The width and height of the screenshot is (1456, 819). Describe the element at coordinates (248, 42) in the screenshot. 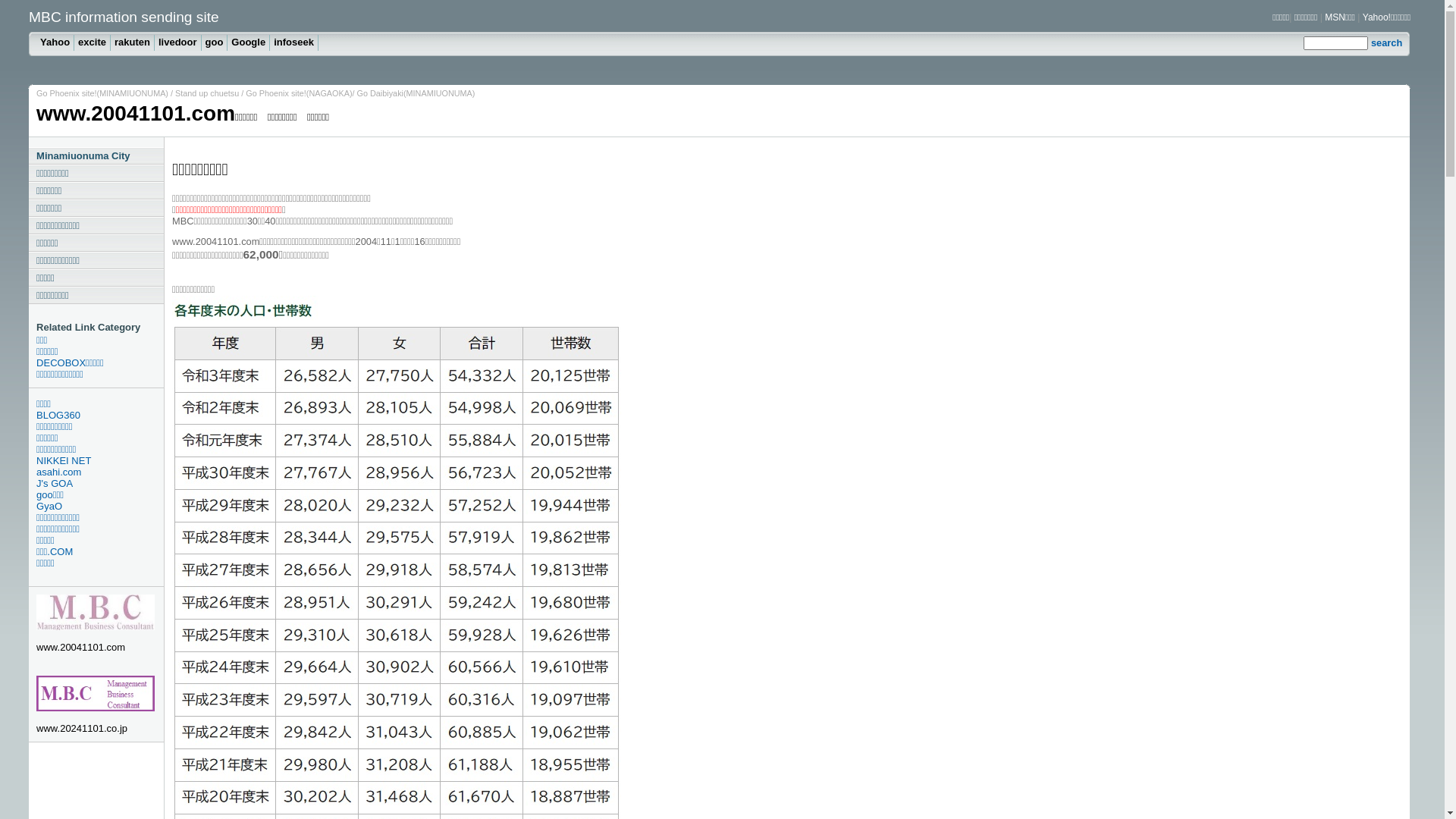

I see `'Google'` at that location.